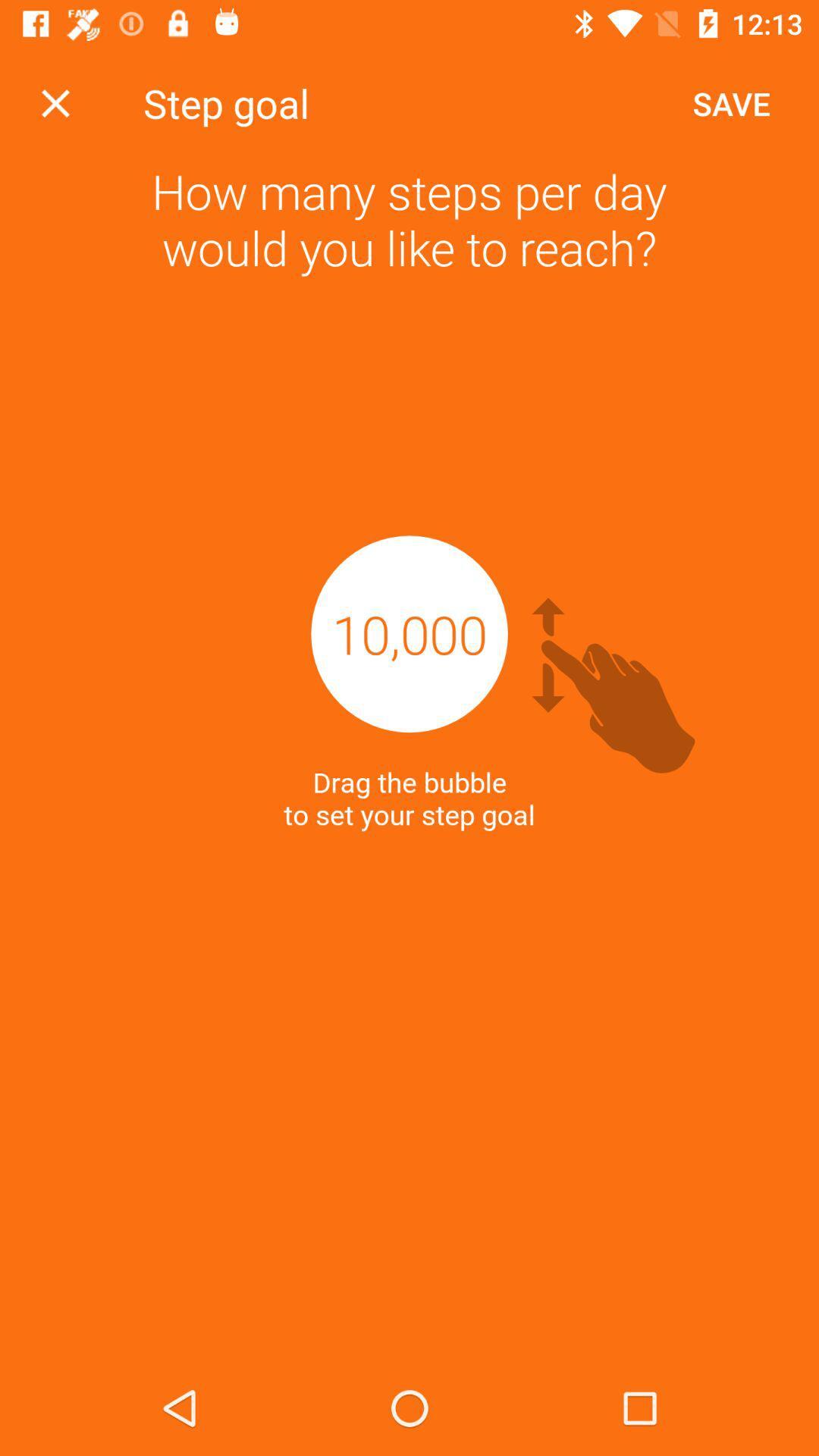 This screenshot has width=819, height=1456. Describe the element at coordinates (730, 102) in the screenshot. I see `save item` at that location.